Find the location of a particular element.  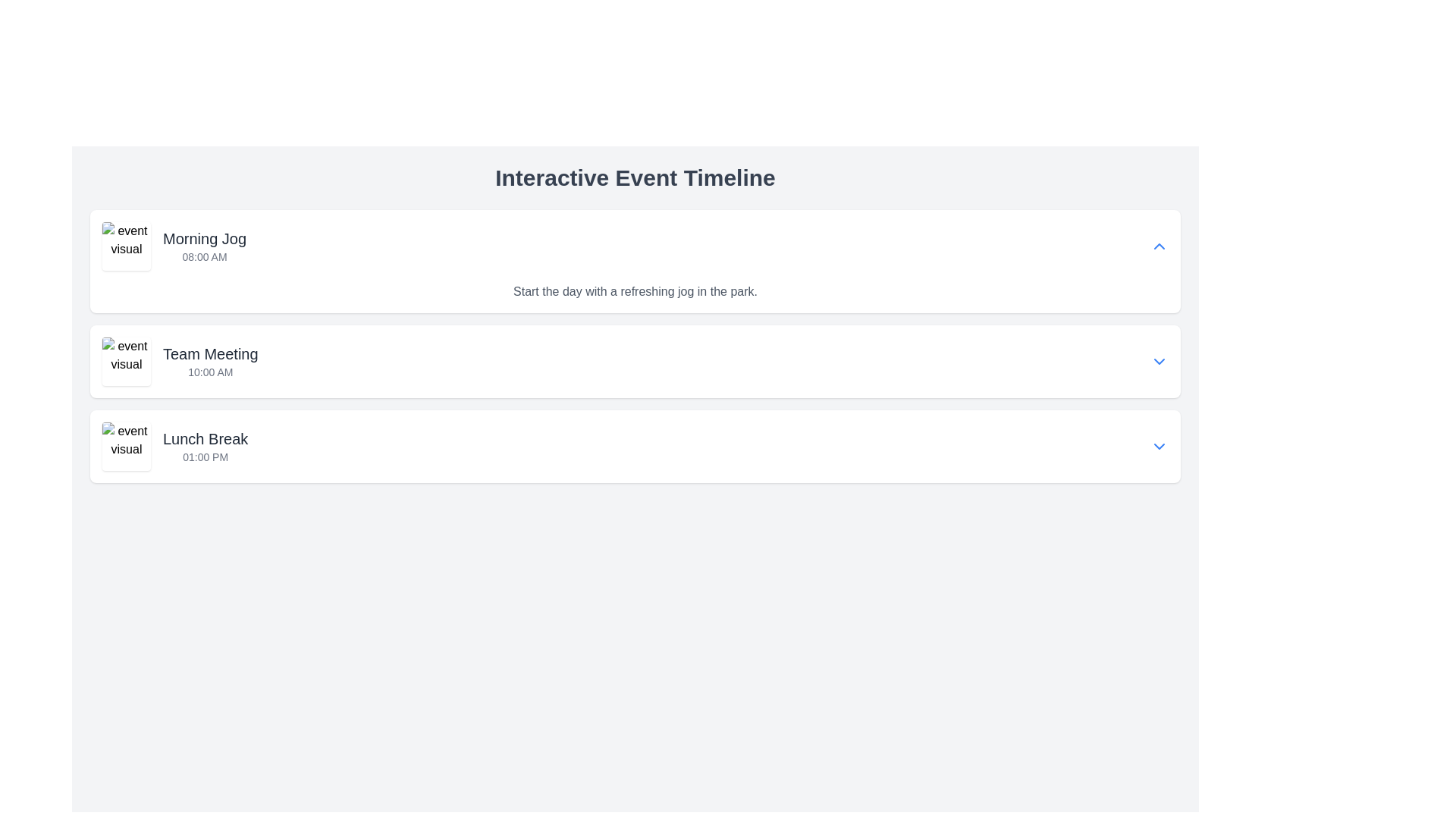

the text snippet displaying '01:00 PM' which is styled in small gray text and located directly beneath the 'Lunch Break' header in the third event card is located at coordinates (205, 456).